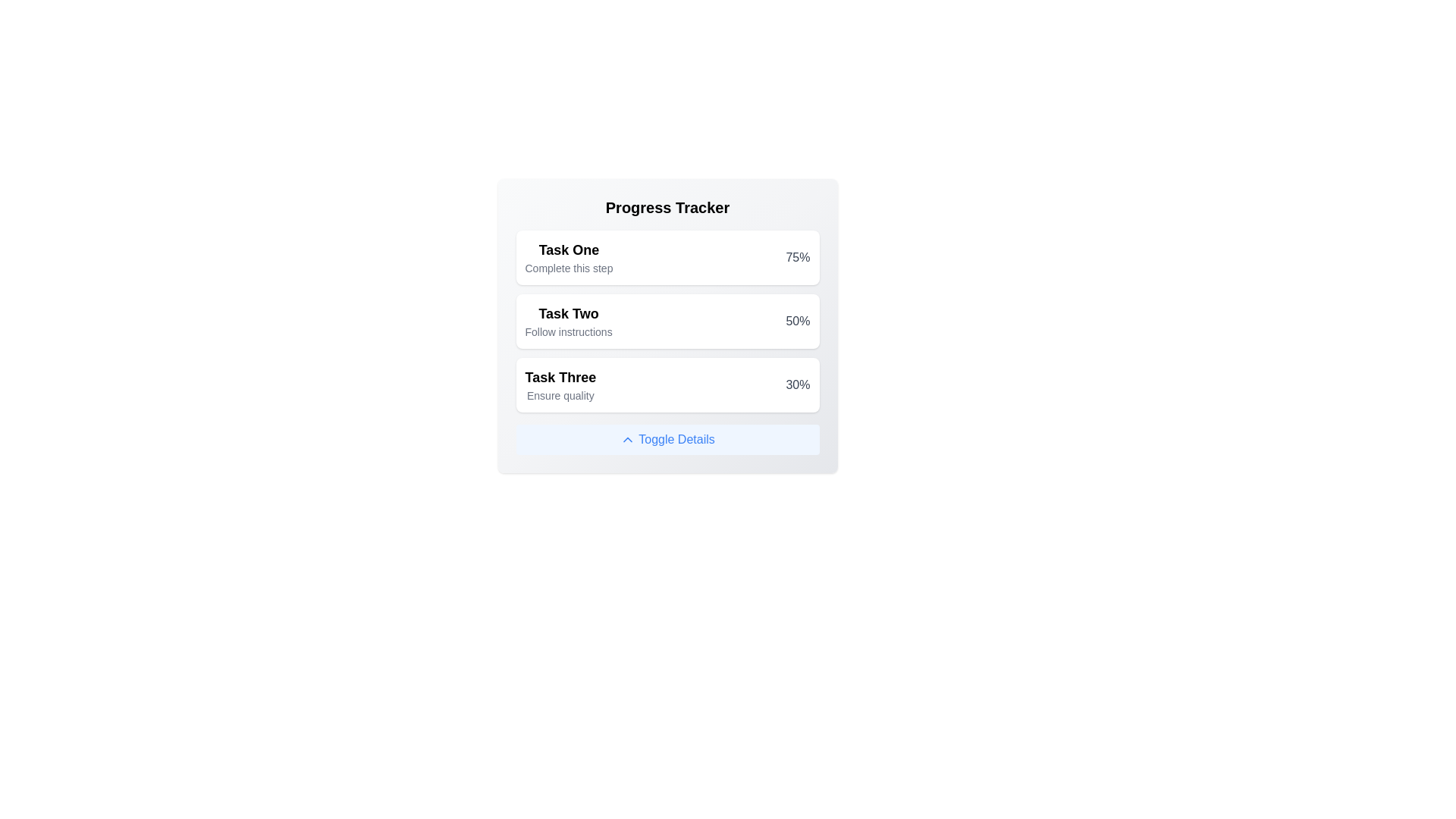 The image size is (1456, 819). Describe the element at coordinates (667, 439) in the screenshot. I see `the 'Toggle Details' button to toggle the visibility of the details section` at that location.